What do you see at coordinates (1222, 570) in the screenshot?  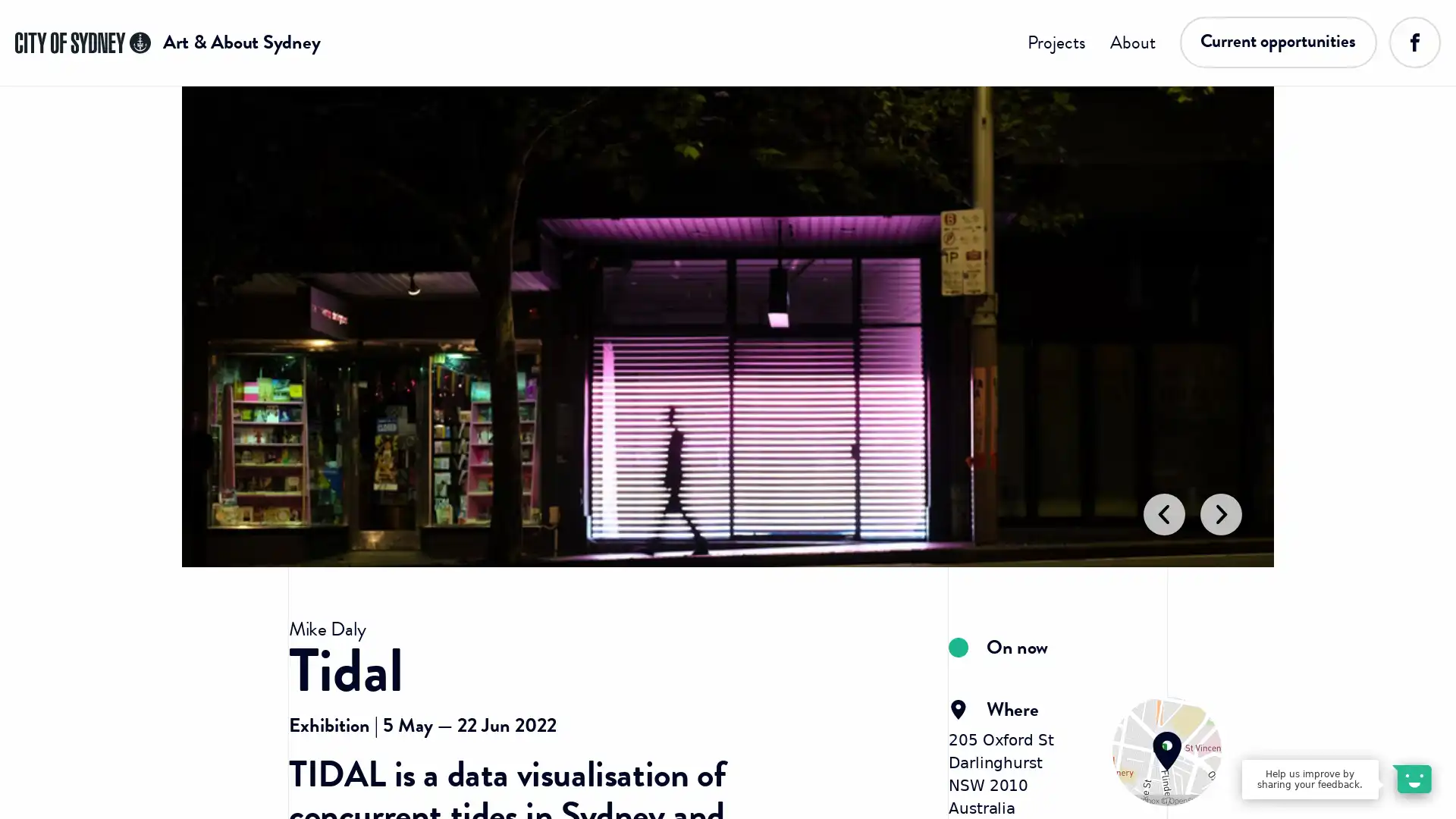 I see `Next Slide` at bounding box center [1222, 570].